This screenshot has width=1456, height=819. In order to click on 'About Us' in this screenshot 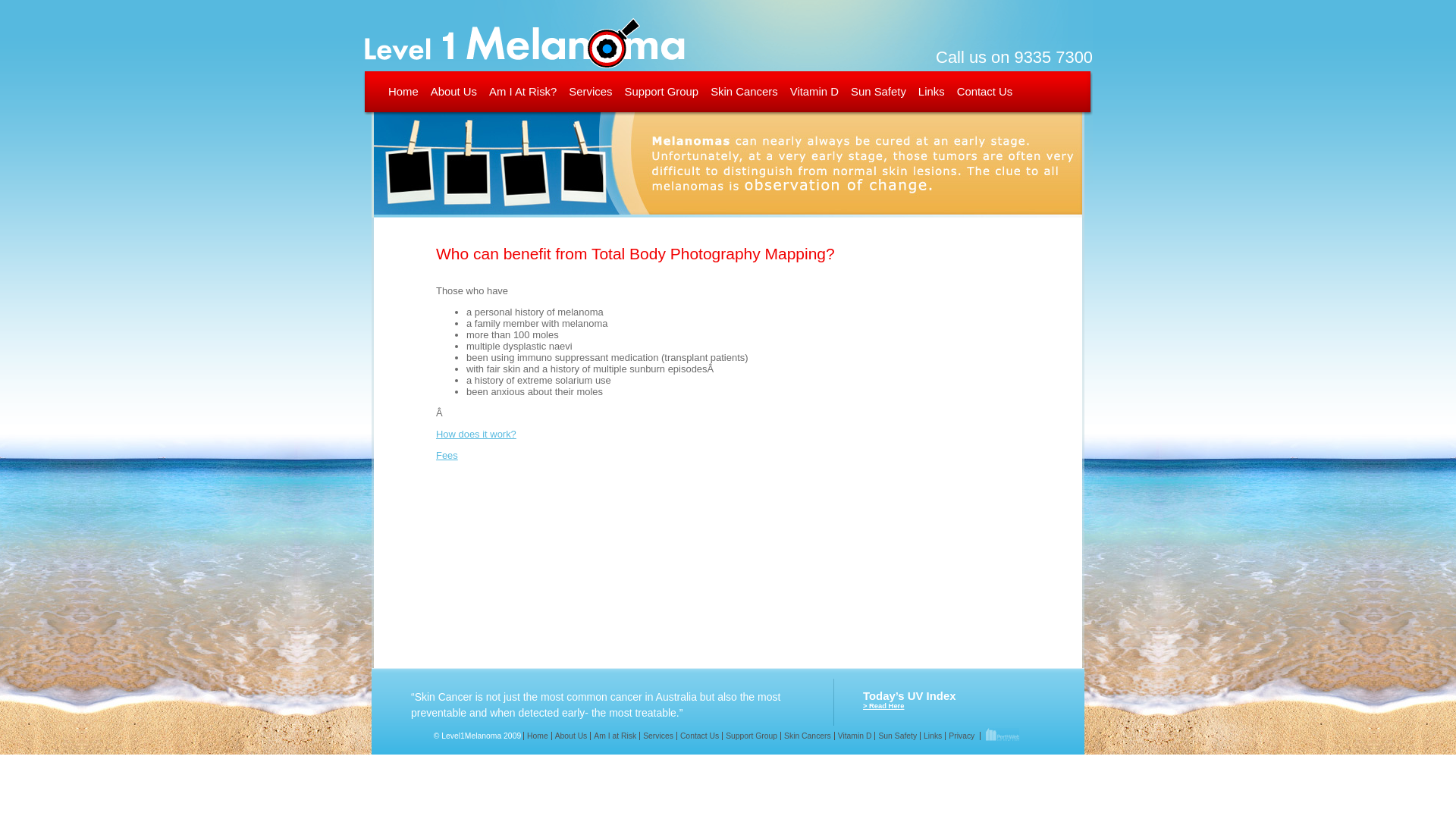, I will do `click(453, 91)`.